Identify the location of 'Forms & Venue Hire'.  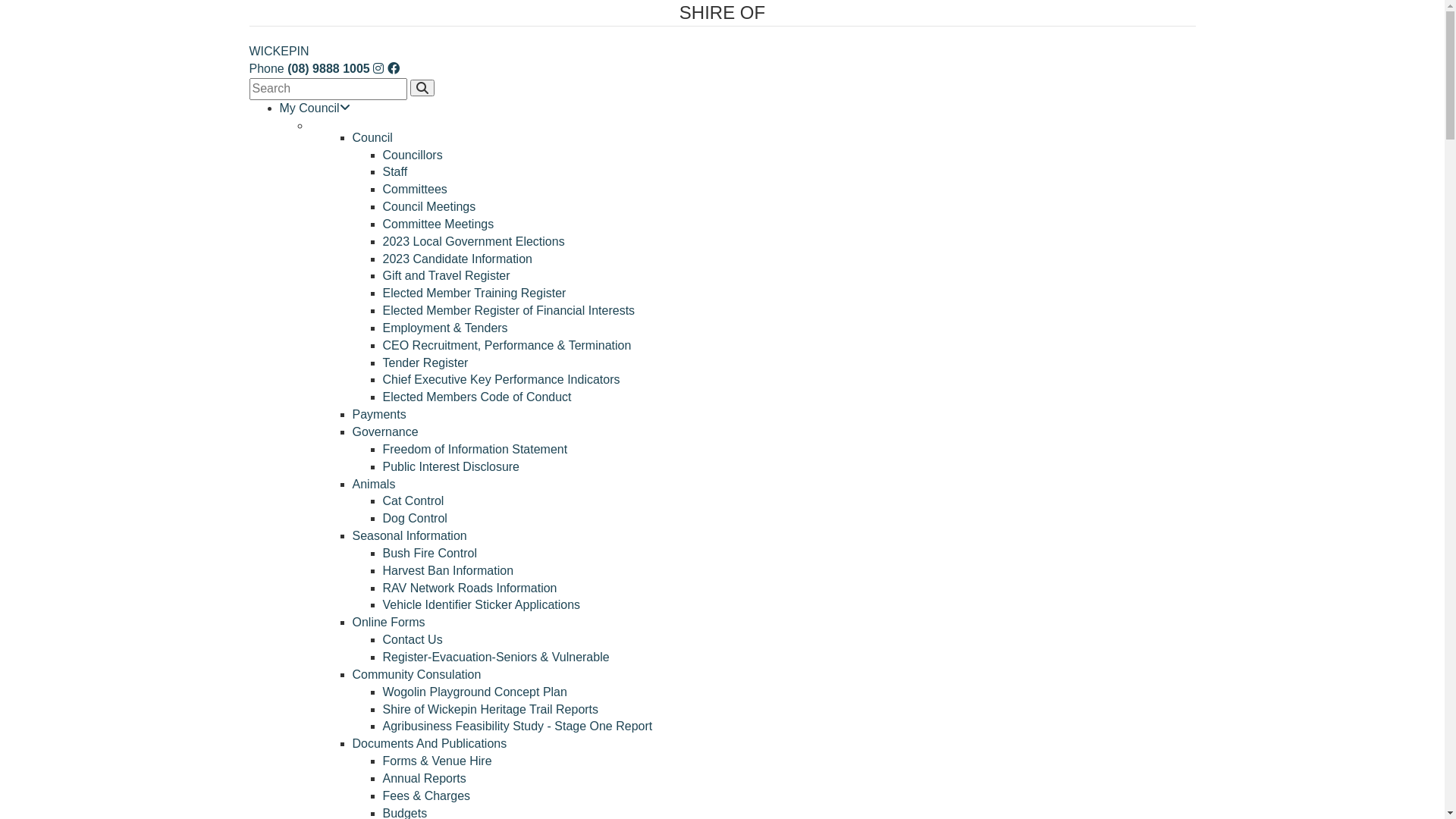
(436, 761).